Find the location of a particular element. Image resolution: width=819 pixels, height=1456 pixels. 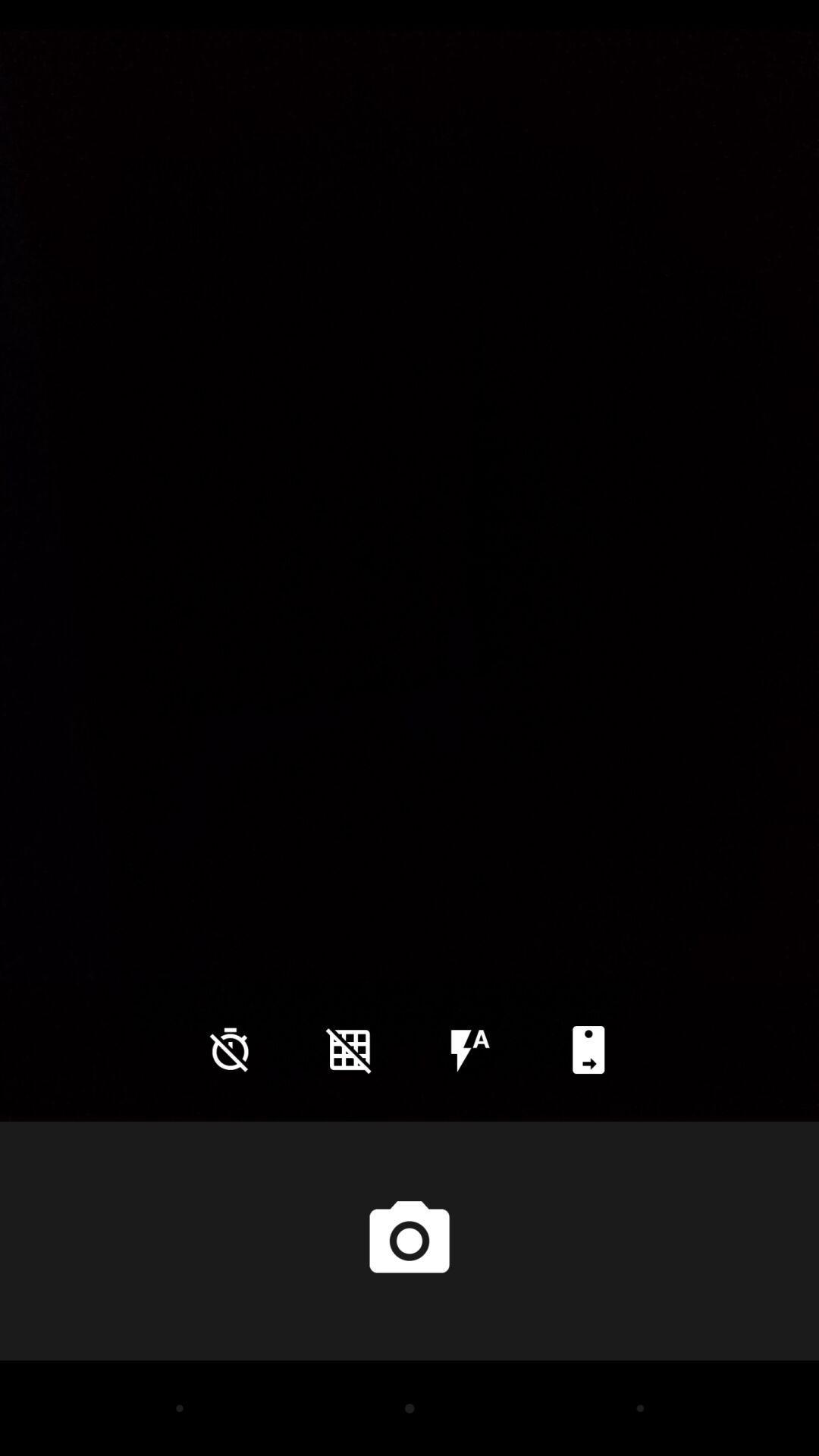

the icon at the bottom left corner is located at coordinates (230, 1049).